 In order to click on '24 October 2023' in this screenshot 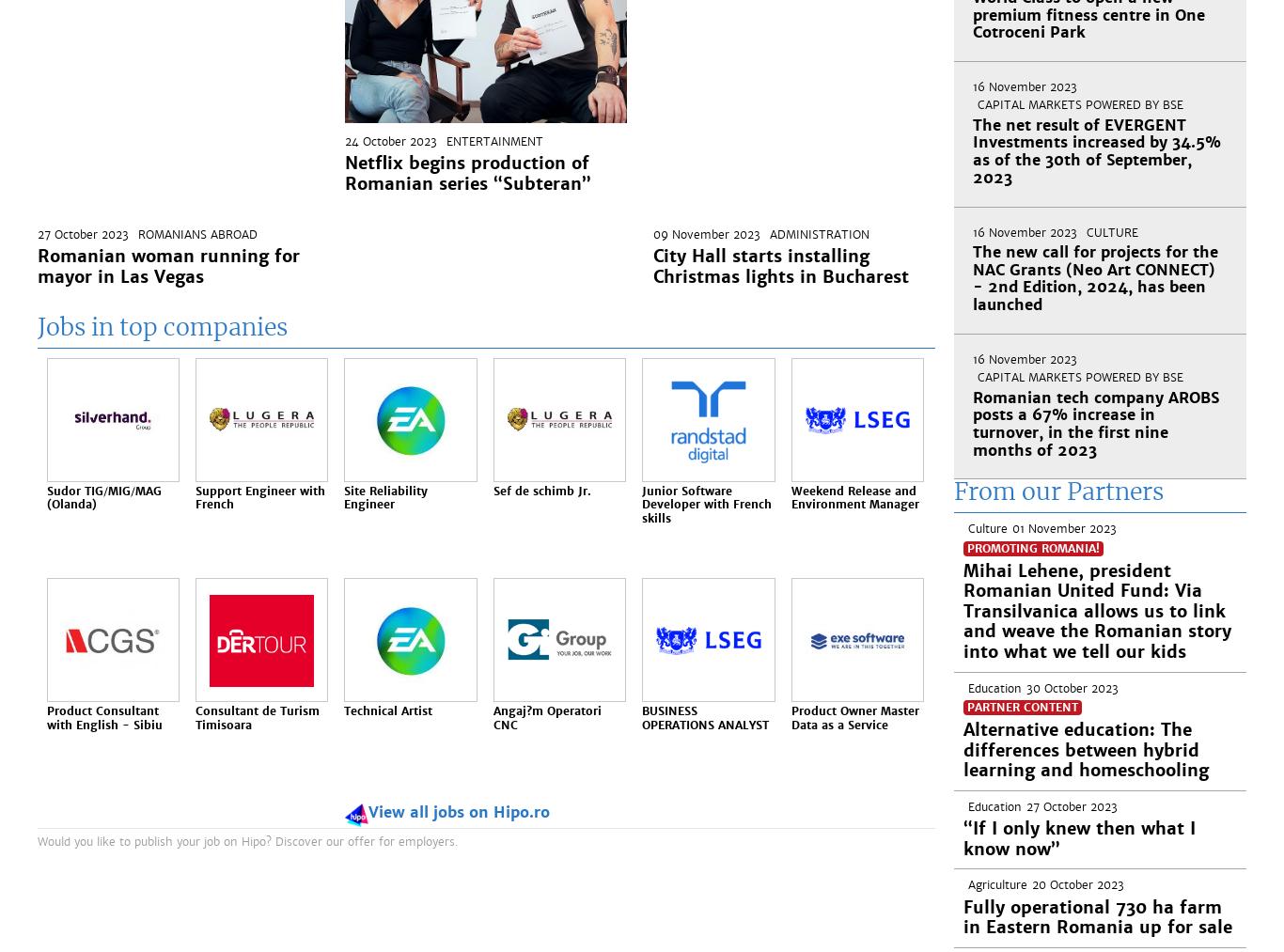, I will do `click(344, 141)`.